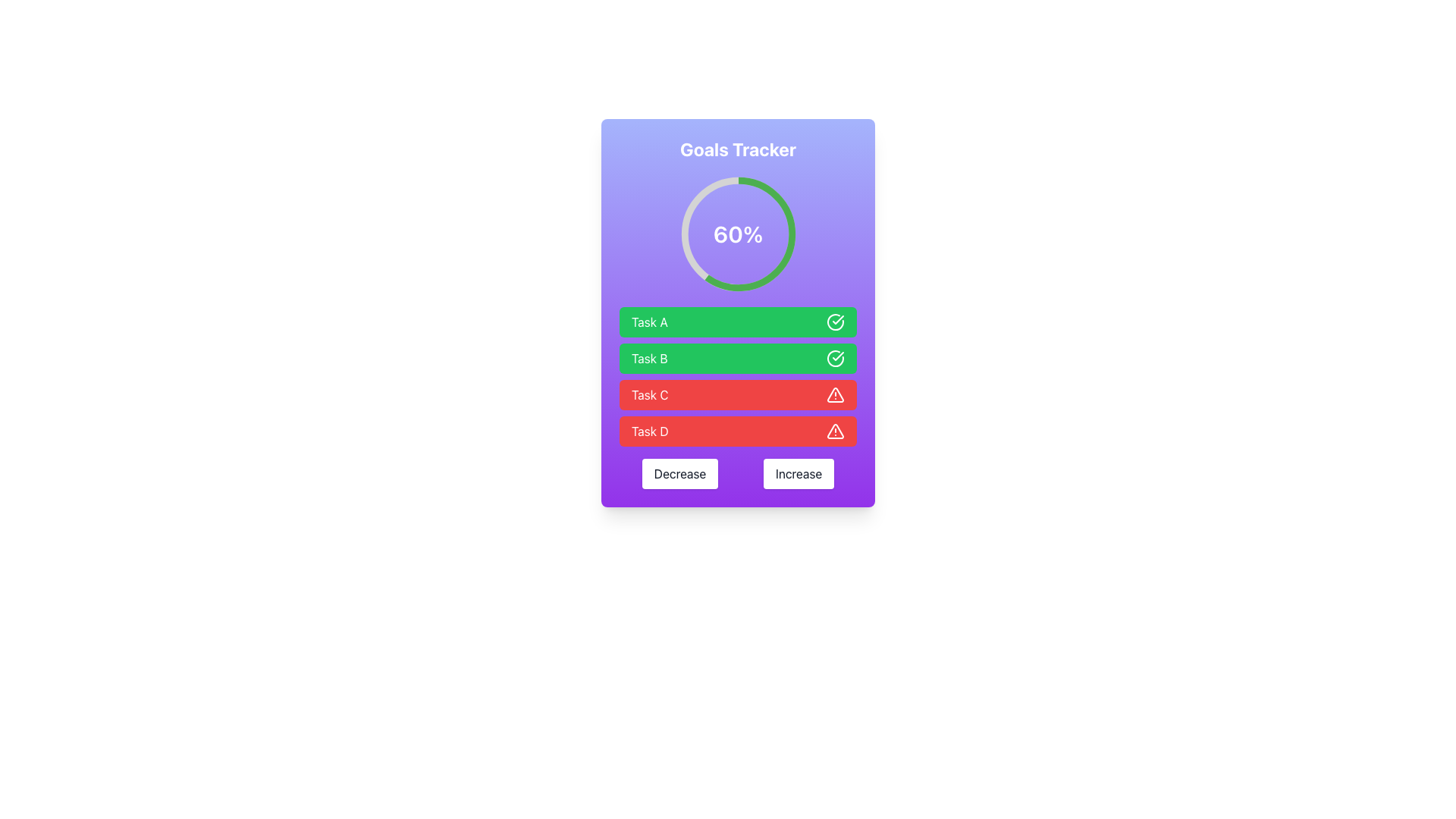  What do you see at coordinates (798, 472) in the screenshot?
I see `the 'Increase' button, which is a small rectangular button with a white background and black text, located at the bottom center of the interface, to the right of the 'Decrease' button` at bounding box center [798, 472].